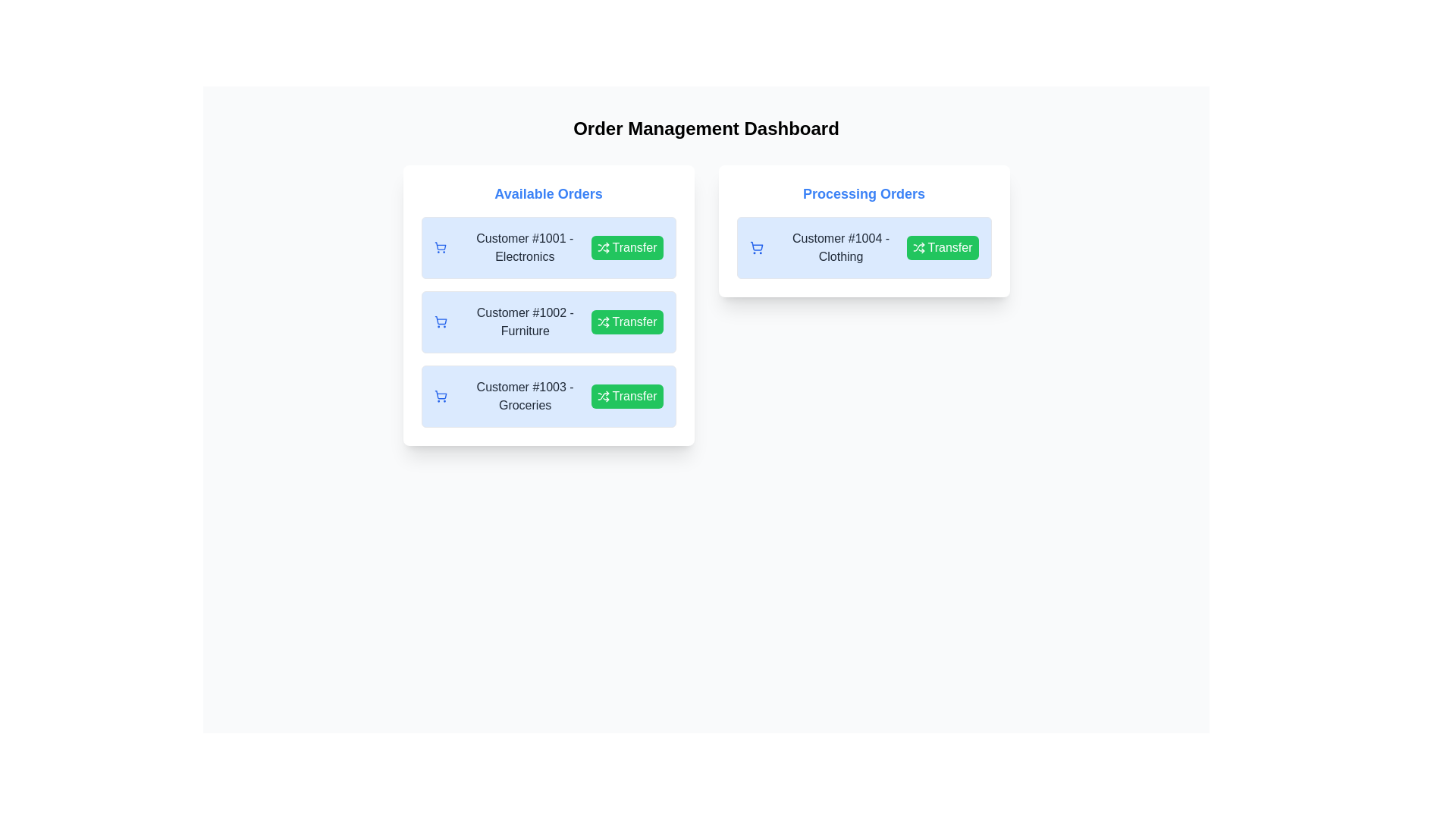 This screenshot has height=819, width=1456. What do you see at coordinates (513, 396) in the screenshot?
I see `the text label reading 'Customer #1003 - Groceries' in the 'Available Orders' column, which is the third entry in the list with a shopping cart icon to its left` at bounding box center [513, 396].